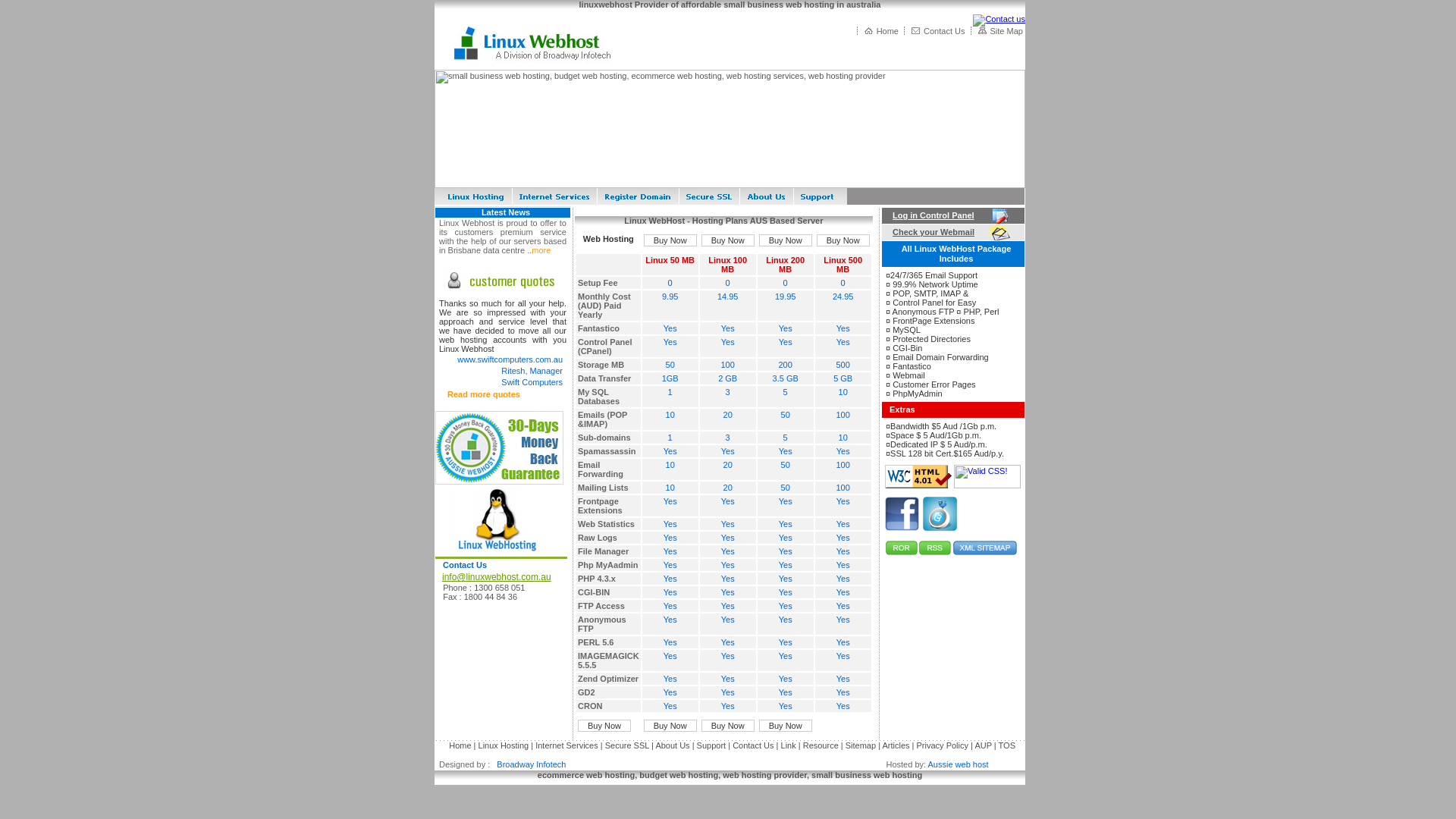 The image size is (1456, 819). What do you see at coordinates (789, 745) in the screenshot?
I see `'Link |'` at bounding box center [789, 745].